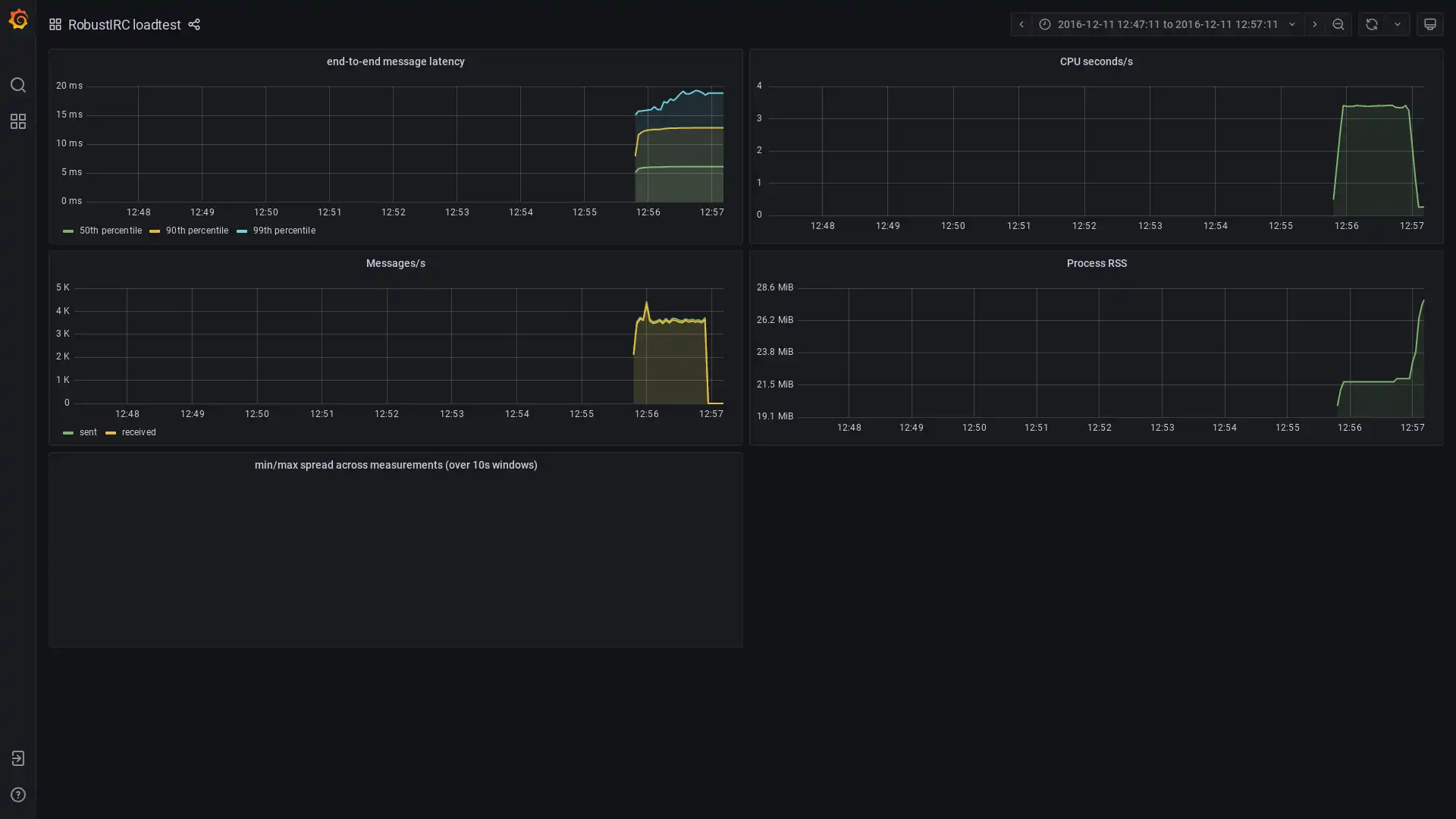  Describe the element at coordinates (1429, 24) in the screenshot. I see `Cycle view mode` at that location.